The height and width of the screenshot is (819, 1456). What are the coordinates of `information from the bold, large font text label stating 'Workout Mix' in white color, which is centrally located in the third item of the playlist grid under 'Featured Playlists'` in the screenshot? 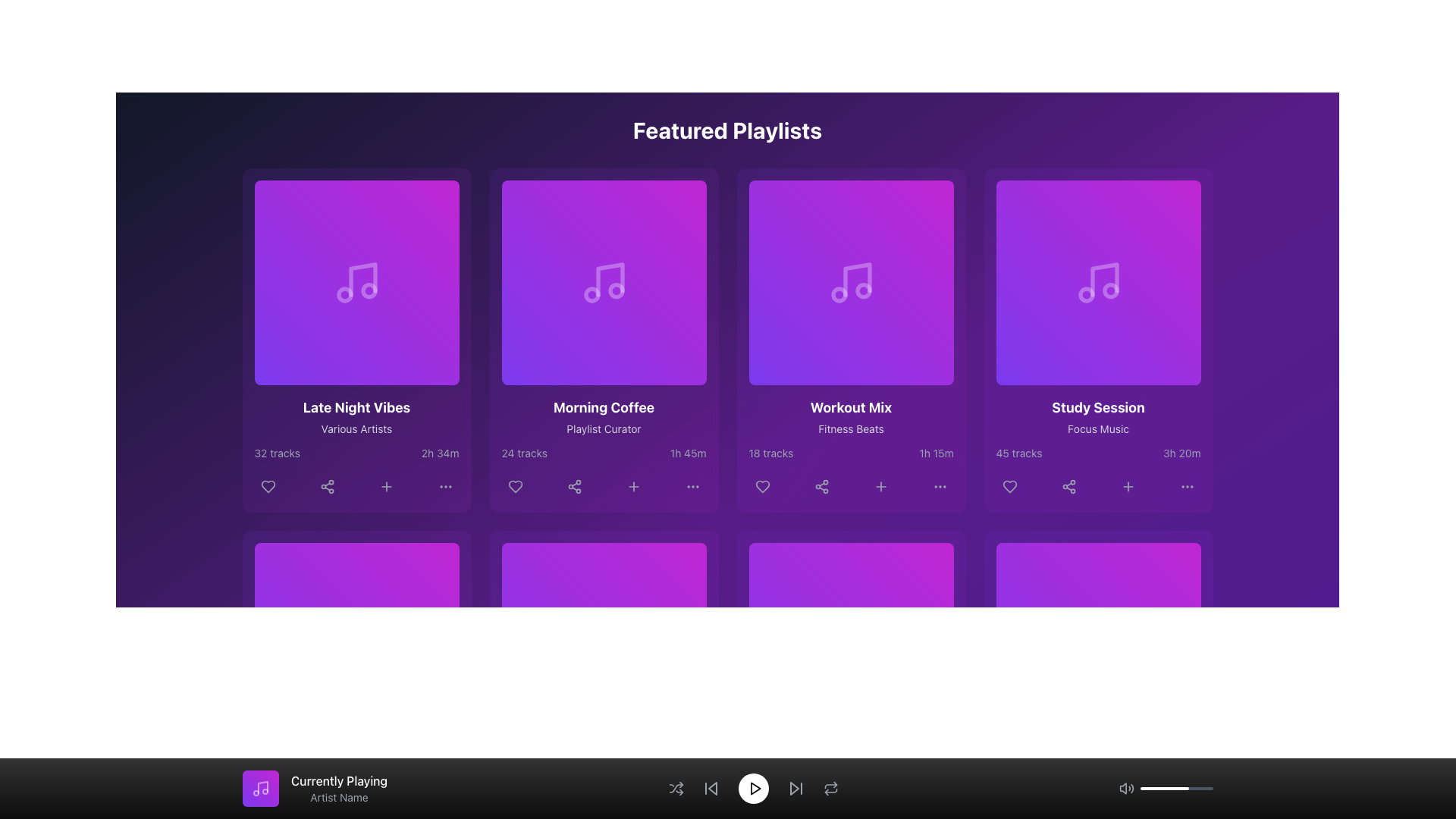 It's located at (851, 406).